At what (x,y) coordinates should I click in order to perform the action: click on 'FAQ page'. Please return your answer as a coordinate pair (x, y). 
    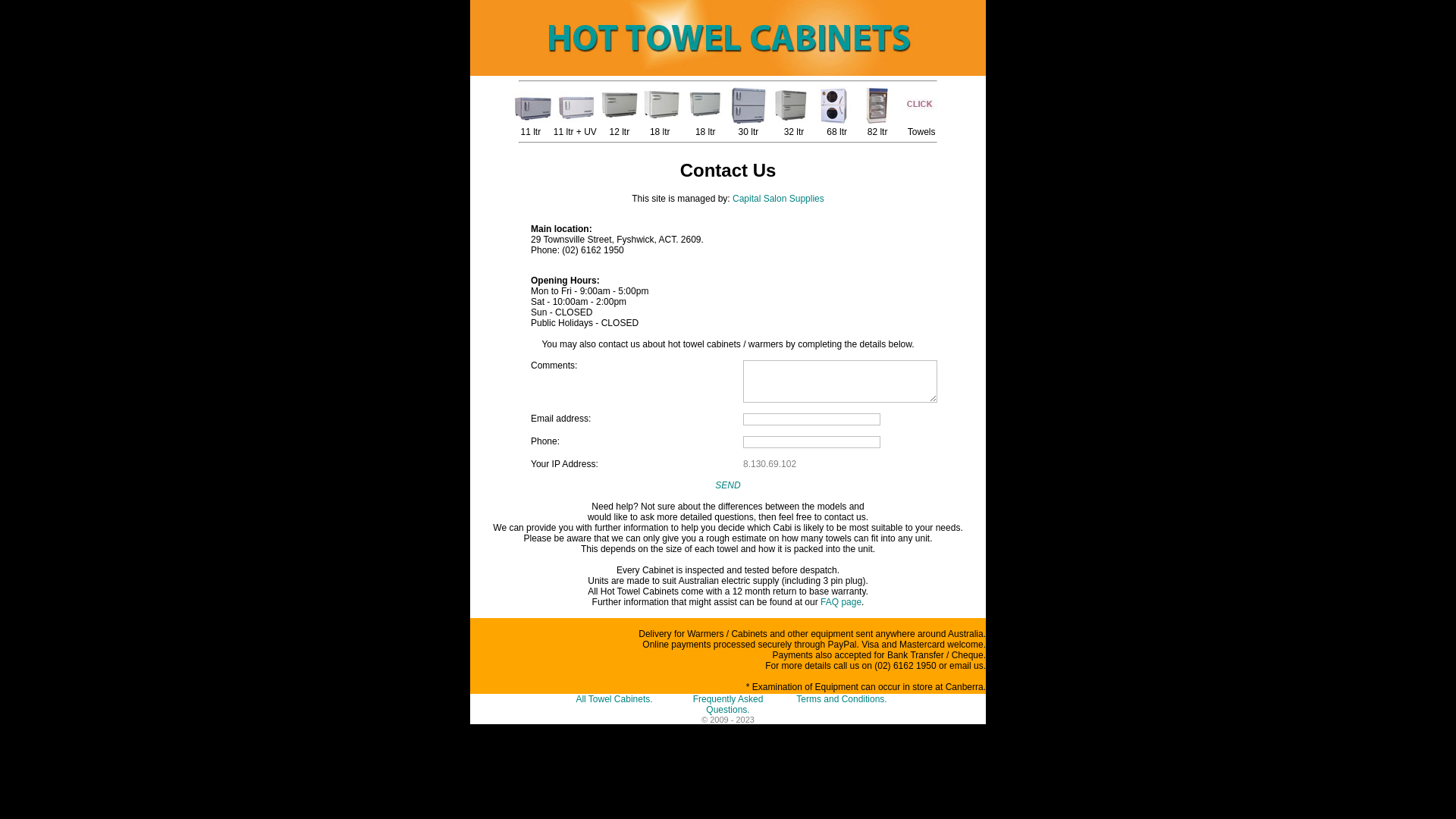
    Looking at the image, I should click on (839, 601).